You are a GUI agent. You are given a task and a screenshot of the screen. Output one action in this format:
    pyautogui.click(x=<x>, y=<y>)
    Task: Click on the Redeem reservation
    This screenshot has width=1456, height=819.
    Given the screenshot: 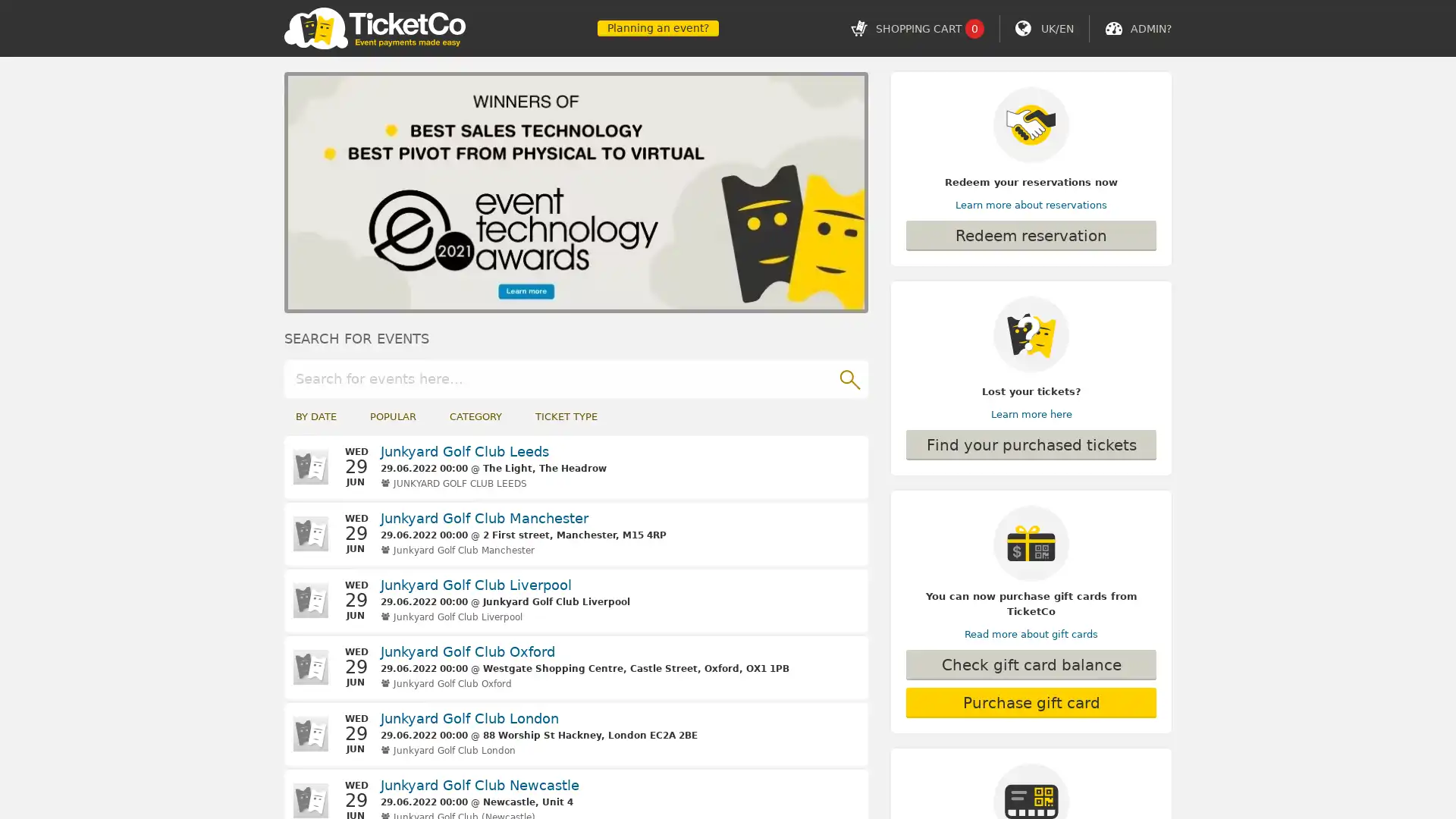 What is the action you would take?
    pyautogui.click(x=1031, y=236)
    